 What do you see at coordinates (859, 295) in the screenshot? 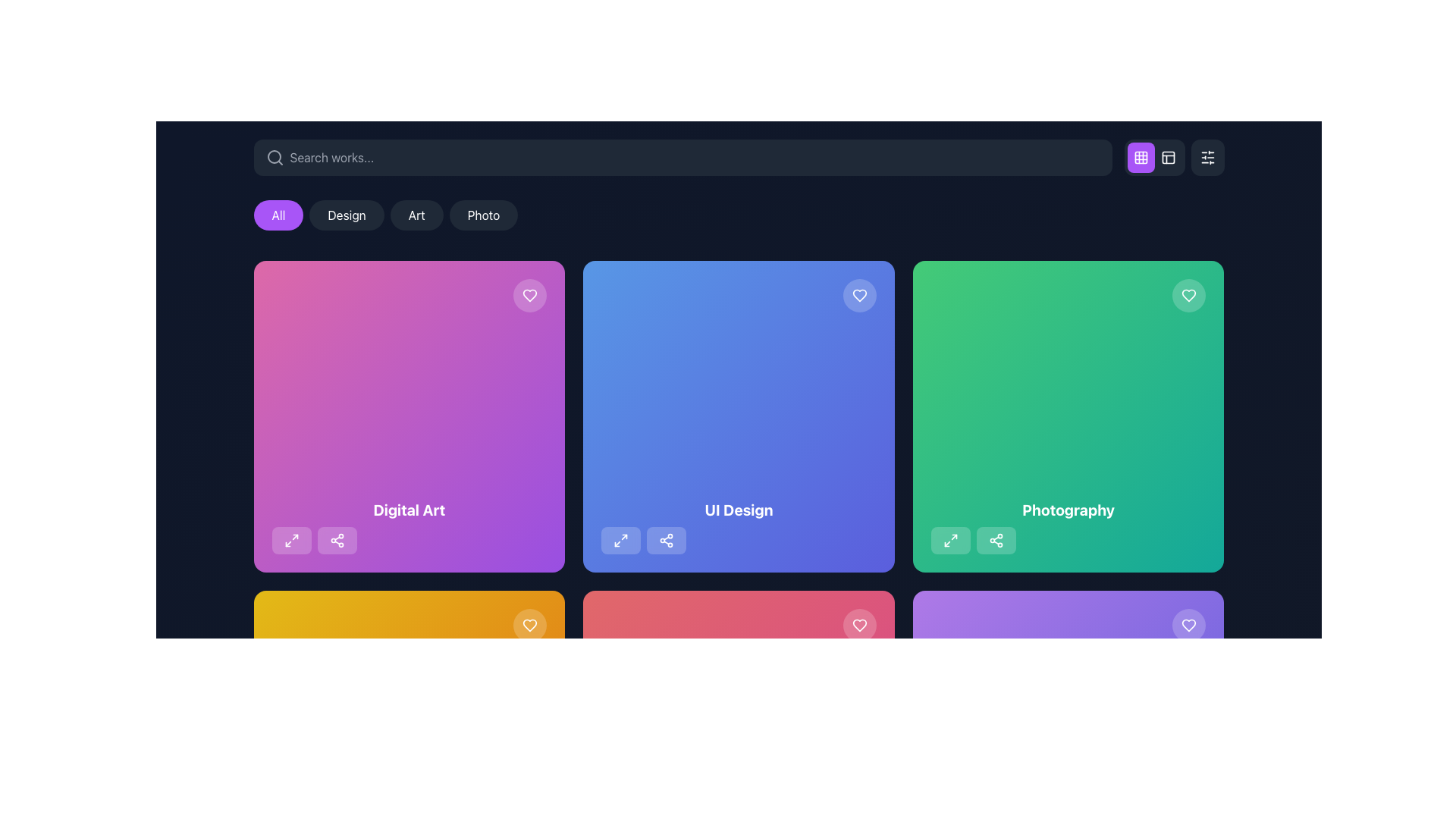
I see `the heart icon located at the top-right corner of the blue card labeled 'UI Design'` at bounding box center [859, 295].